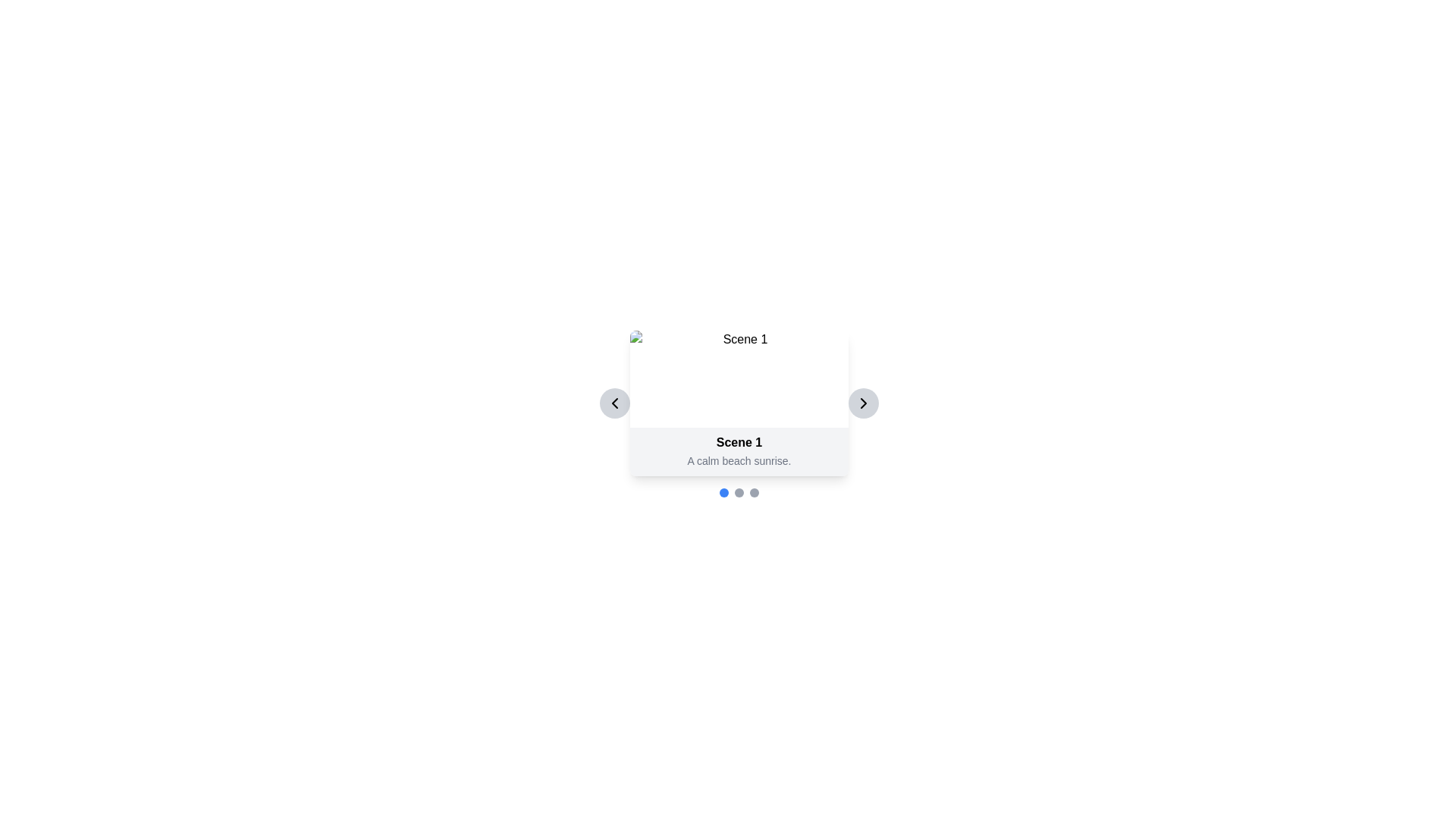 The image size is (1456, 819). What do you see at coordinates (754, 493) in the screenshot?
I see `the small circular gray indicator dot, which is the third in a horizontal sequence of three indicators located at the center-bottom of the interface` at bounding box center [754, 493].